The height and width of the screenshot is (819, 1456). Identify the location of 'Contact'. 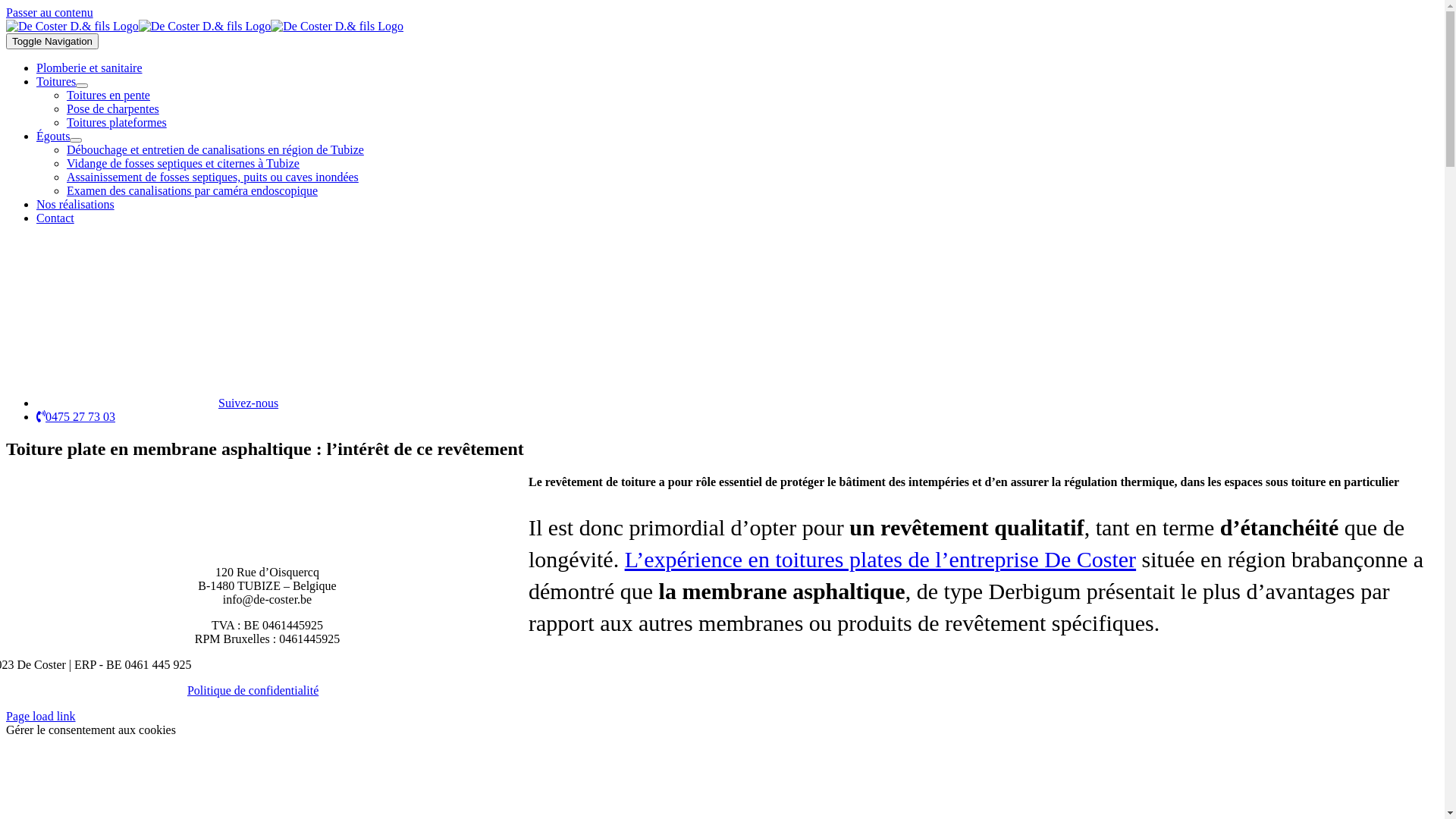
(36, 218).